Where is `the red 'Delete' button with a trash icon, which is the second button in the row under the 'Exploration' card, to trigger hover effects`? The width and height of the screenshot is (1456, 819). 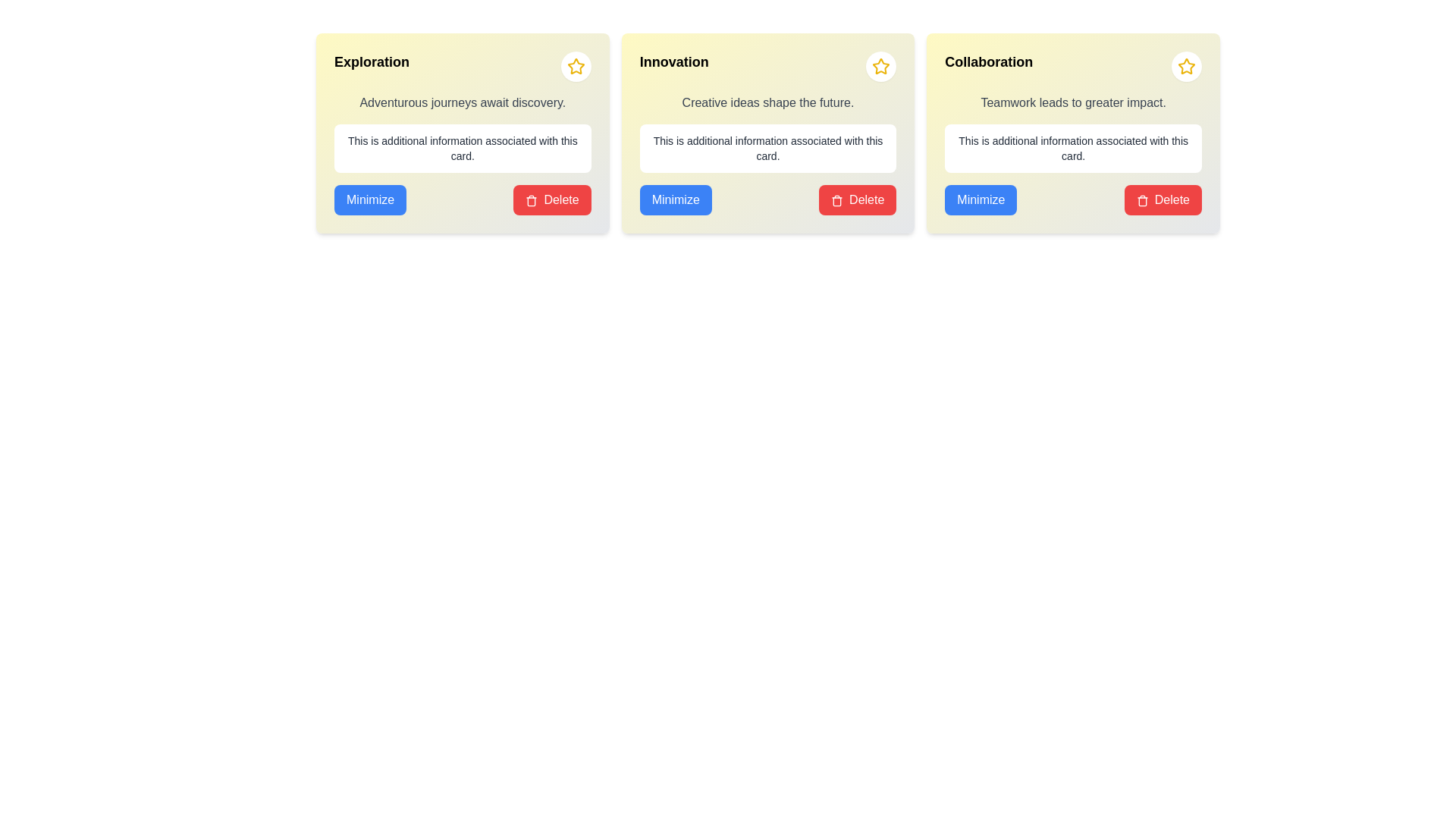
the red 'Delete' button with a trash icon, which is the second button in the row under the 'Exploration' card, to trigger hover effects is located at coordinates (551, 199).